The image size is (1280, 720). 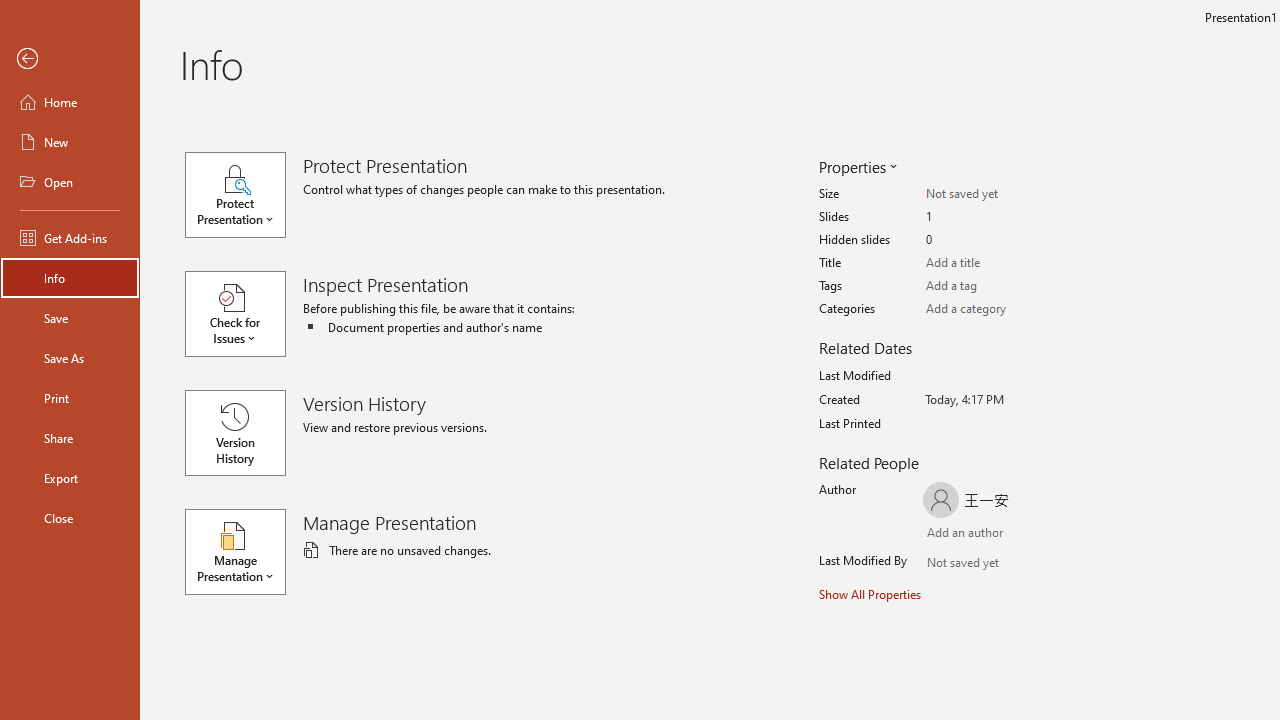 What do you see at coordinates (69, 277) in the screenshot?
I see `'Info'` at bounding box center [69, 277].